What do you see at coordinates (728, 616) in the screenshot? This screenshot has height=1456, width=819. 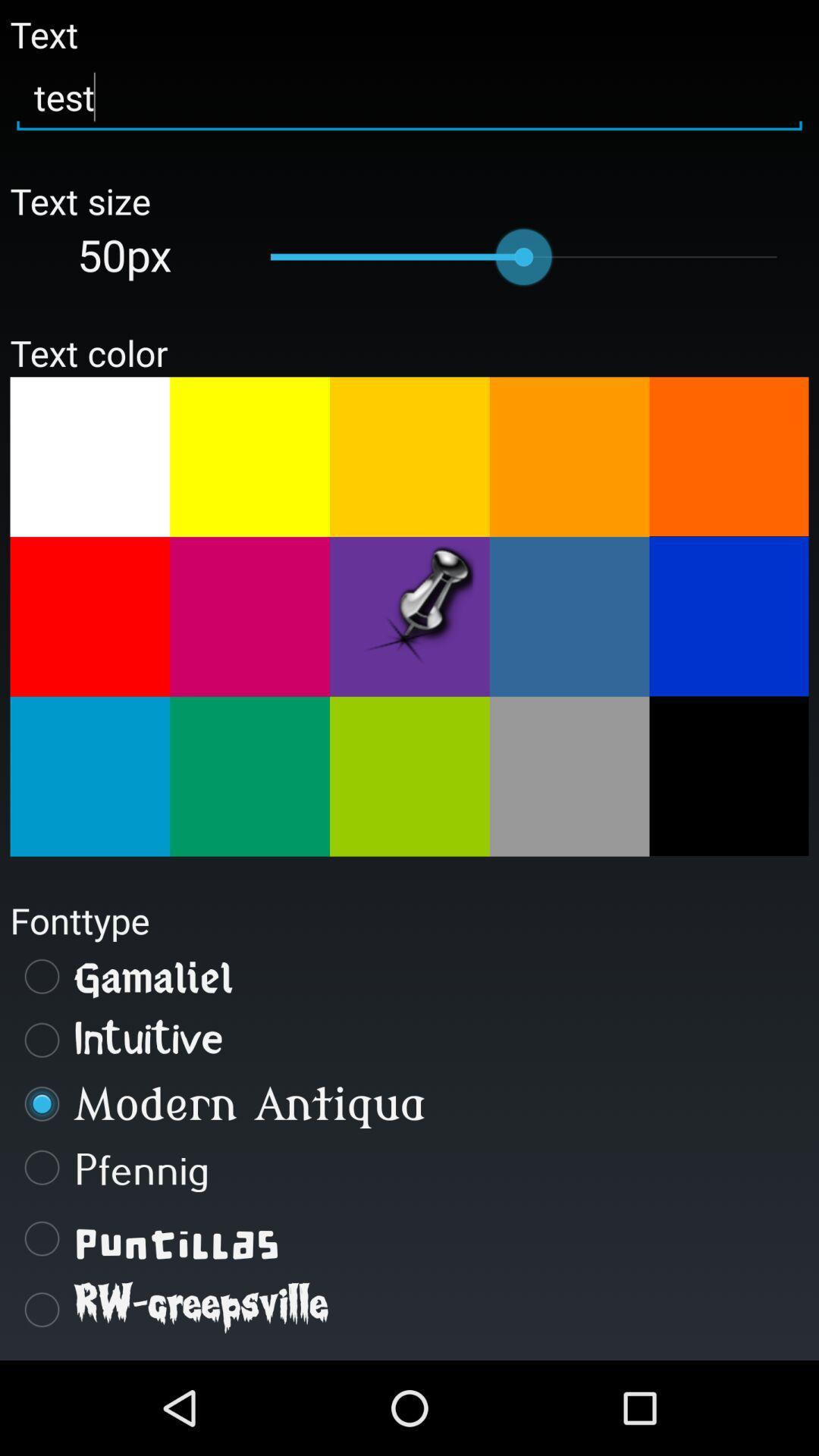 I see `change color to blue` at bounding box center [728, 616].